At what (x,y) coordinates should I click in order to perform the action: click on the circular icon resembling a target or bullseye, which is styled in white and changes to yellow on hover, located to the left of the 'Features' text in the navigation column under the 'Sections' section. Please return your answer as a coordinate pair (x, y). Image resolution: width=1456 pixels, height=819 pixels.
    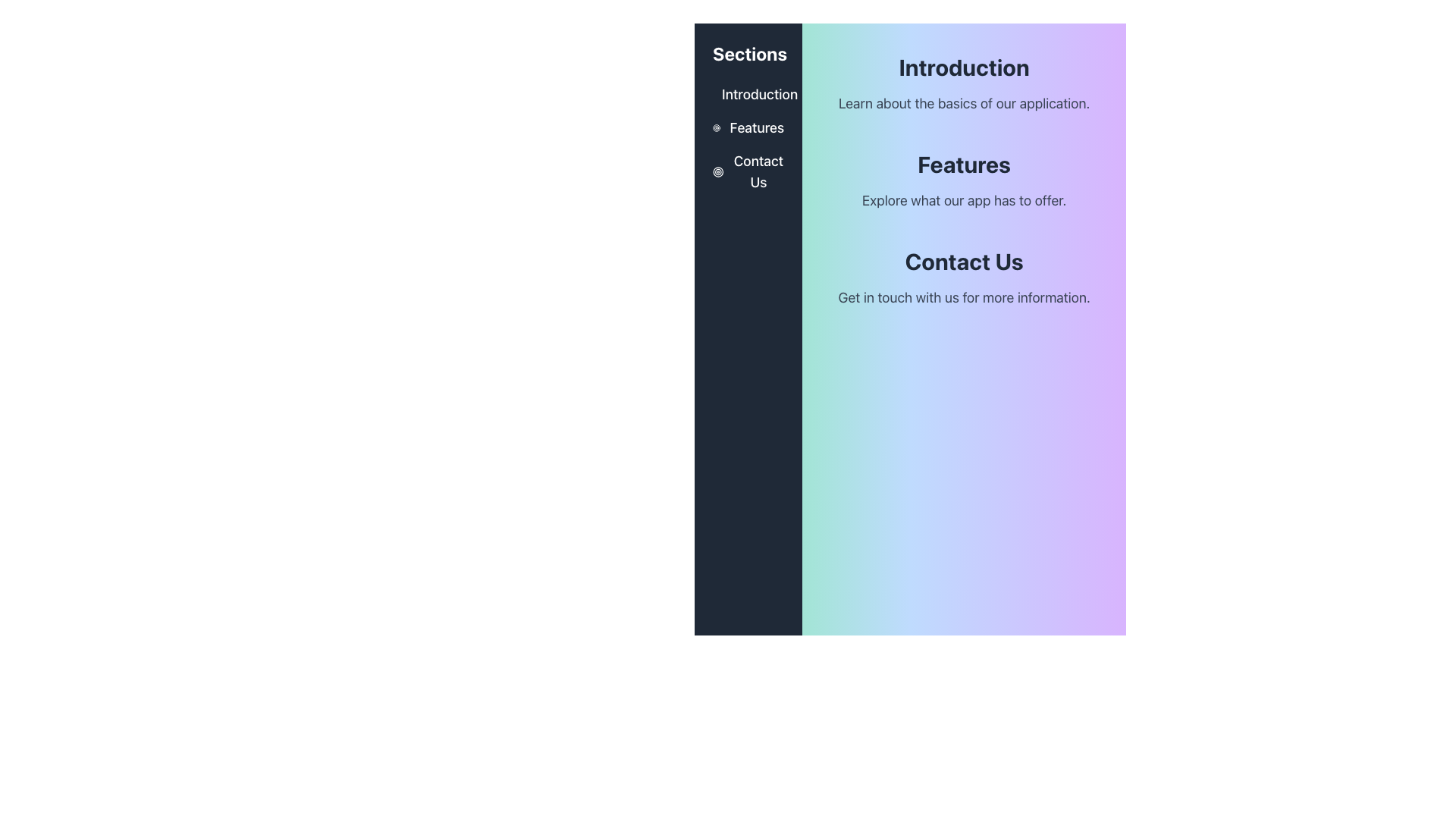
    Looking at the image, I should click on (716, 127).